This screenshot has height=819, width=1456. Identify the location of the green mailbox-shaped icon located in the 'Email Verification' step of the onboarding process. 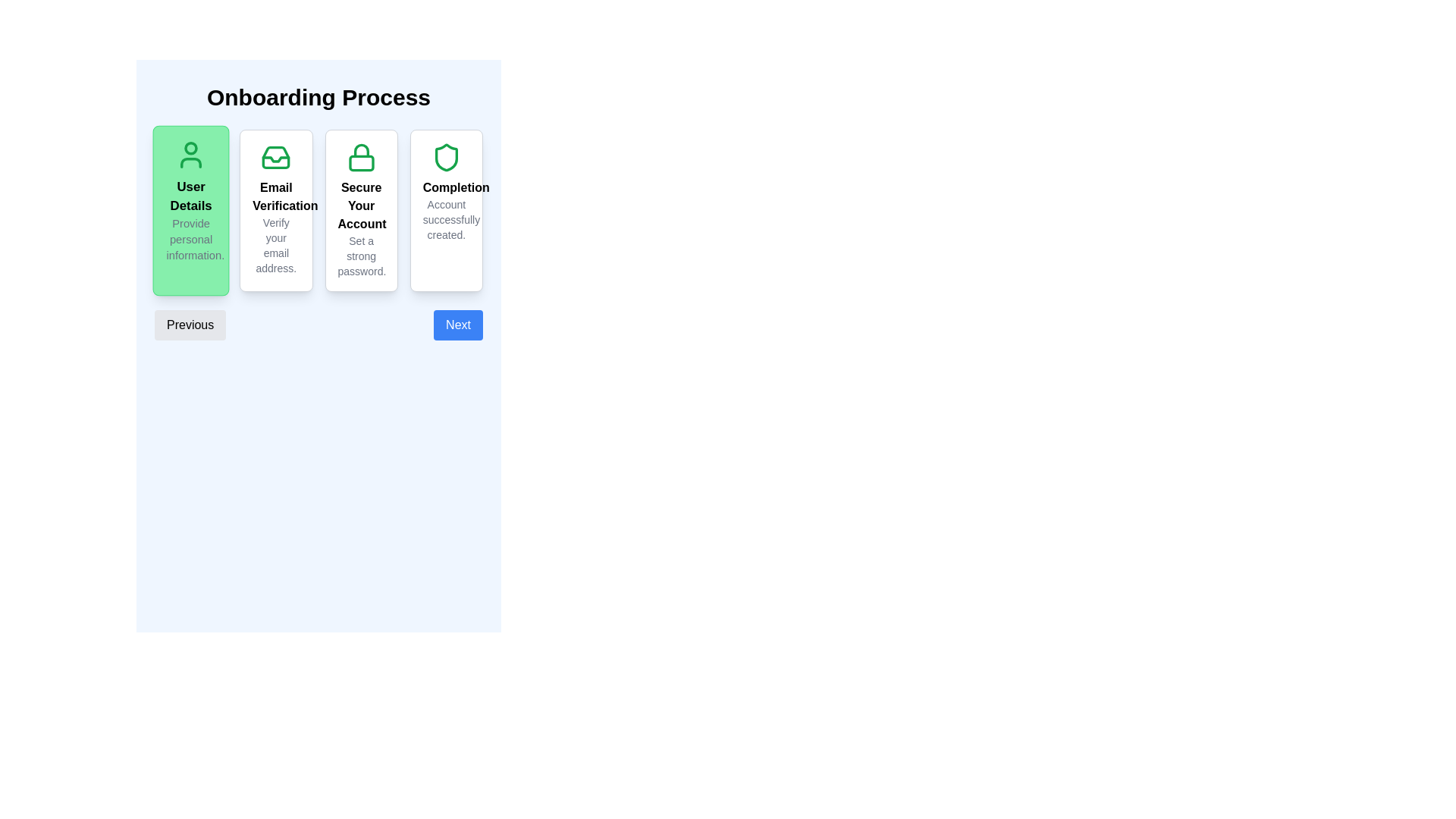
(276, 158).